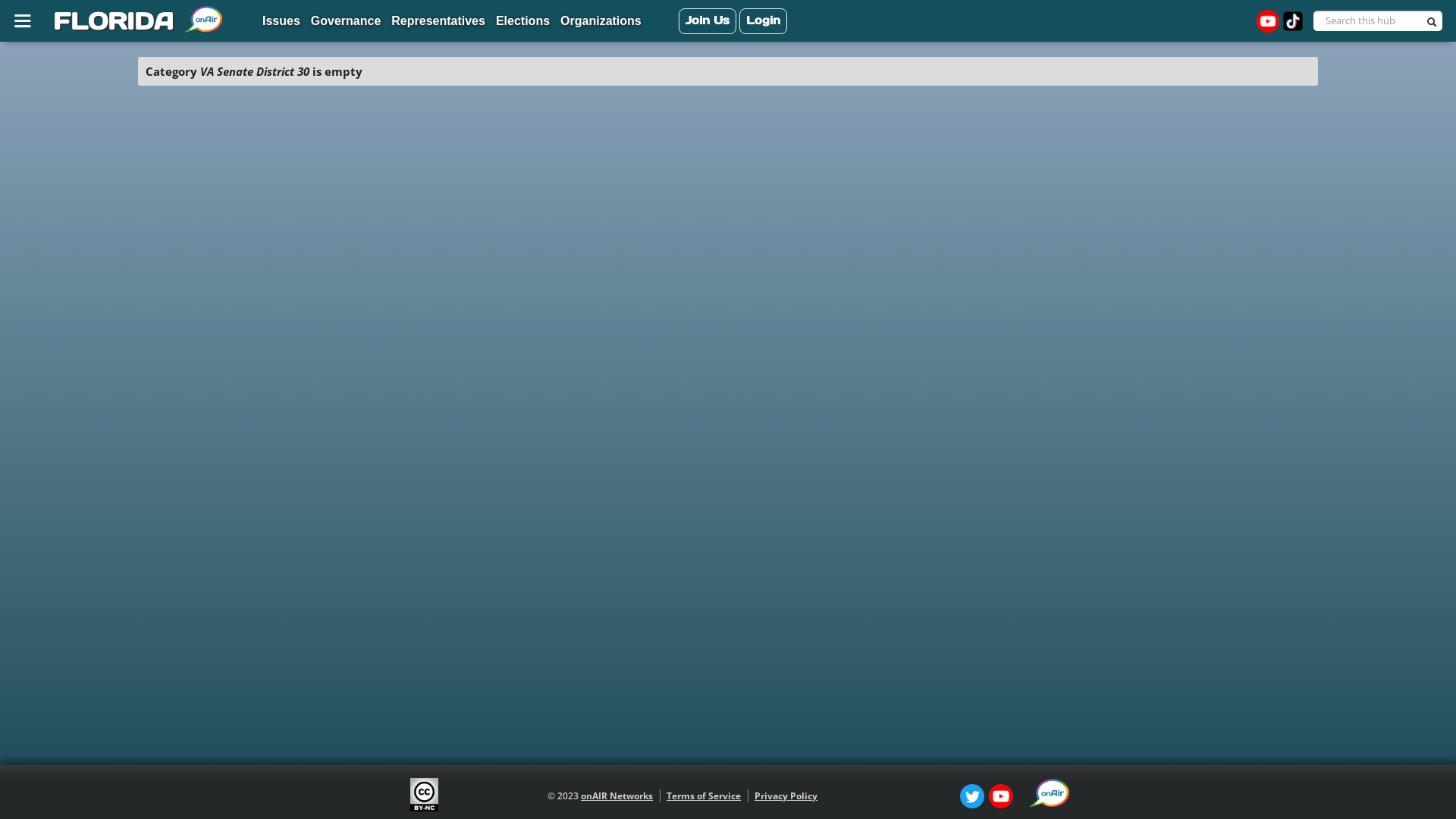  What do you see at coordinates (786, 795) in the screenshot?
I see `'Privacy Policy'` at bounding box center [786, 795].